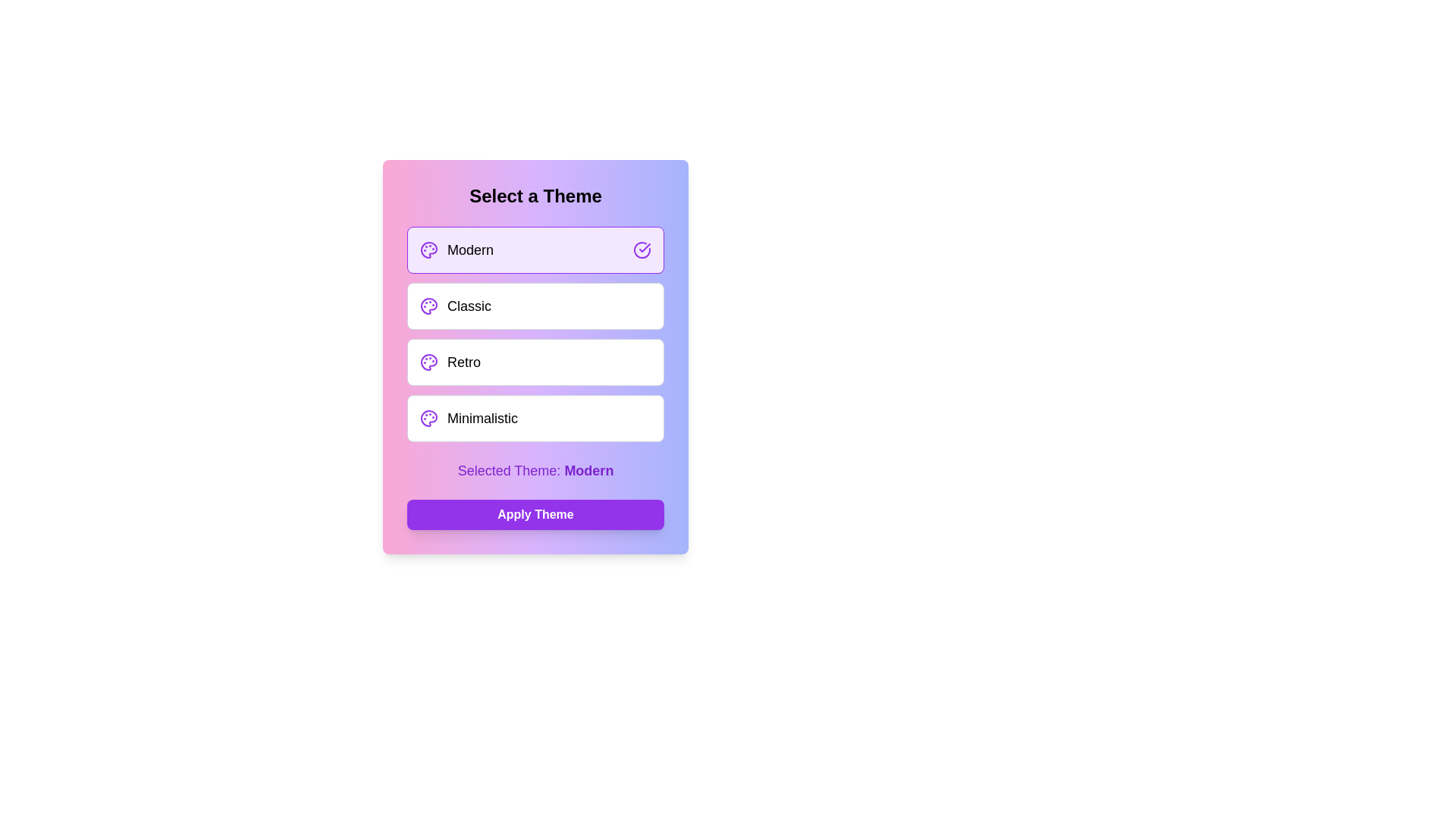  Describe the element at coordinates (535, 513) in the screenshot. I see `the 'Apply Theme' button, which is a rectangular button with rounded corners, a purple background, and white text, located below 'Selected Theme: Modern'` at that location.